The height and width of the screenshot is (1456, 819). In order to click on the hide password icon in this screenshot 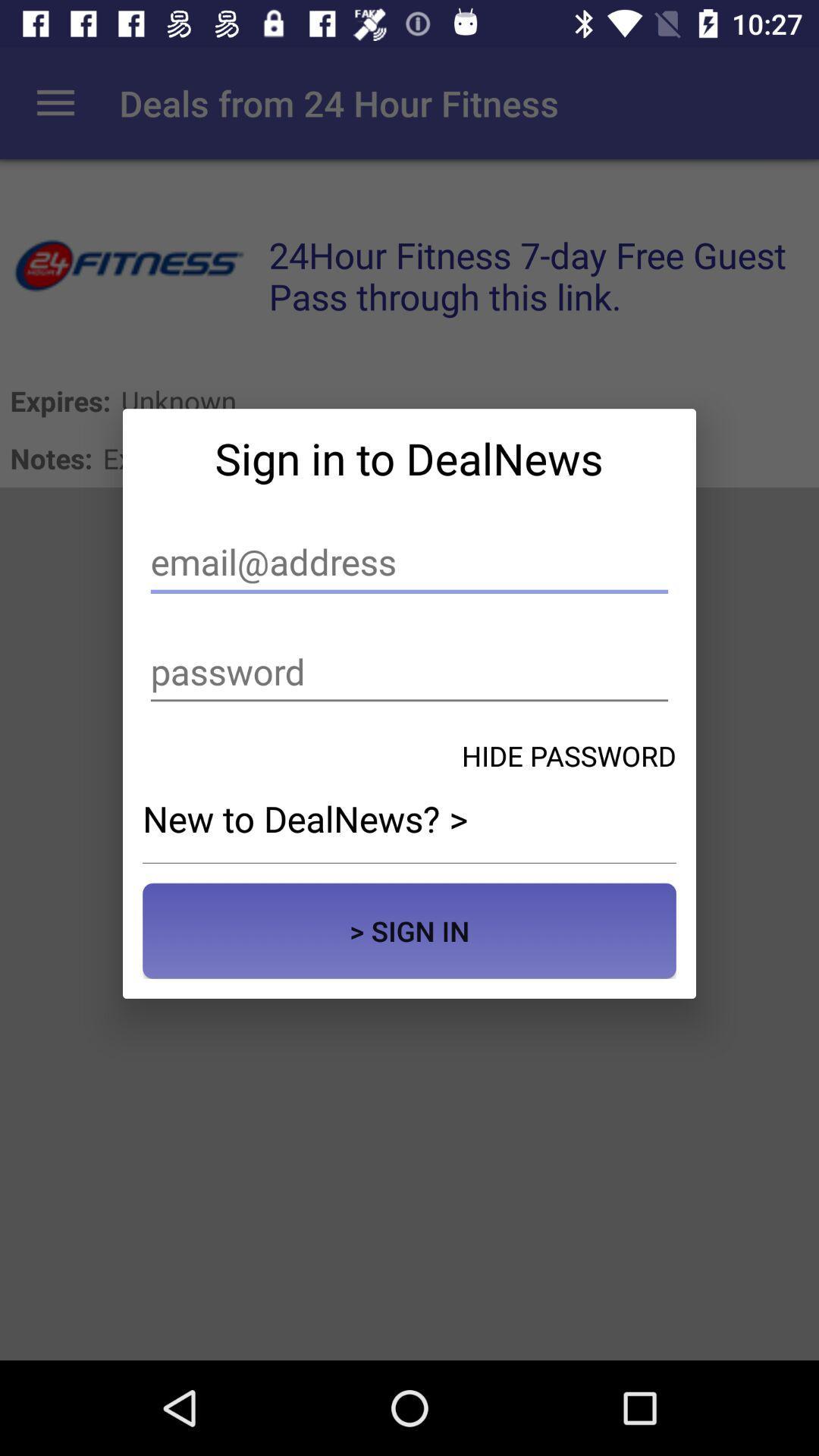, I will do `click(569, 755)`.